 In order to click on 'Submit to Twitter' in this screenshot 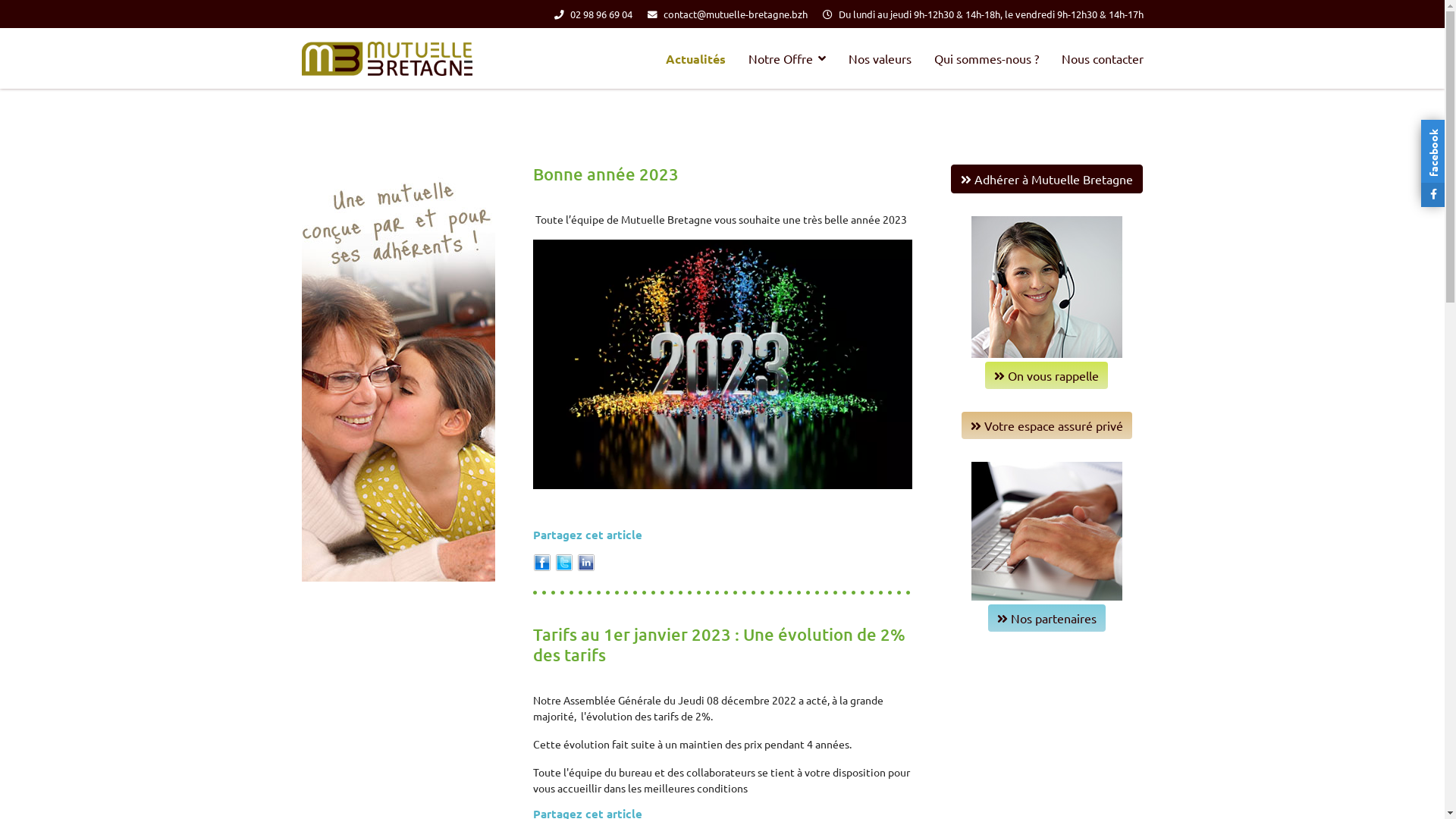, I will do `click(554, 561)`.